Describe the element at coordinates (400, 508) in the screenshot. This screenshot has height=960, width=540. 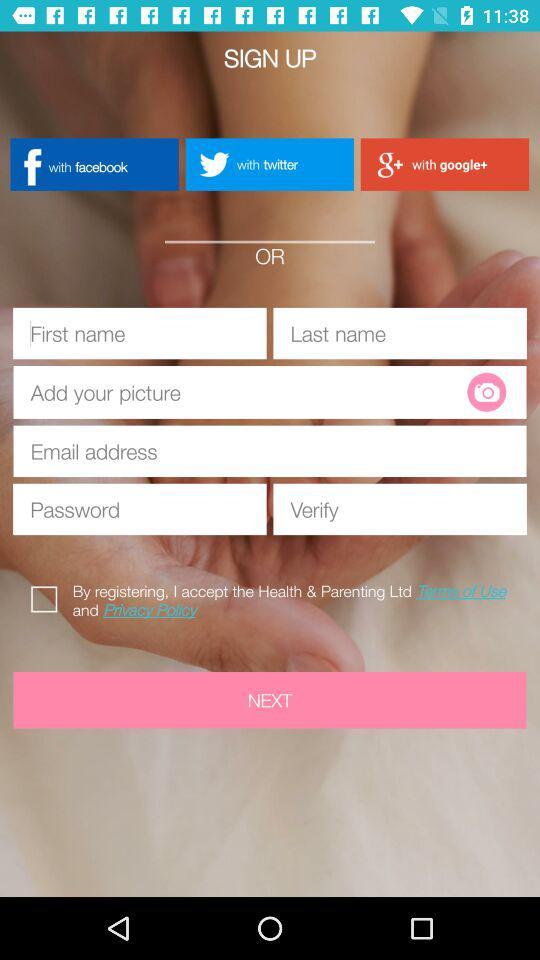
I see `repeat password in this box to verify` at that location.